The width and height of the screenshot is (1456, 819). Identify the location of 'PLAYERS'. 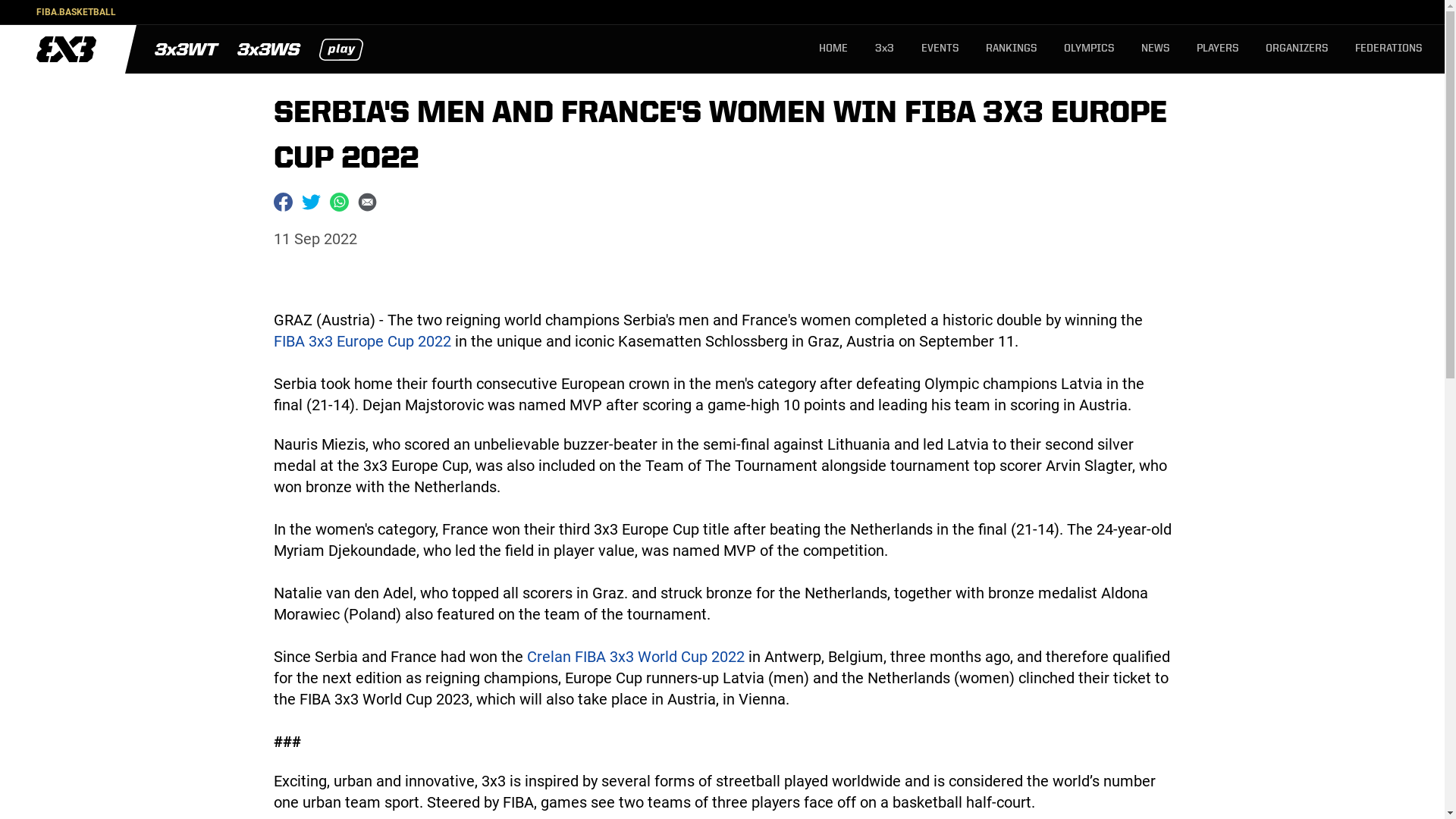
(1217, 48).